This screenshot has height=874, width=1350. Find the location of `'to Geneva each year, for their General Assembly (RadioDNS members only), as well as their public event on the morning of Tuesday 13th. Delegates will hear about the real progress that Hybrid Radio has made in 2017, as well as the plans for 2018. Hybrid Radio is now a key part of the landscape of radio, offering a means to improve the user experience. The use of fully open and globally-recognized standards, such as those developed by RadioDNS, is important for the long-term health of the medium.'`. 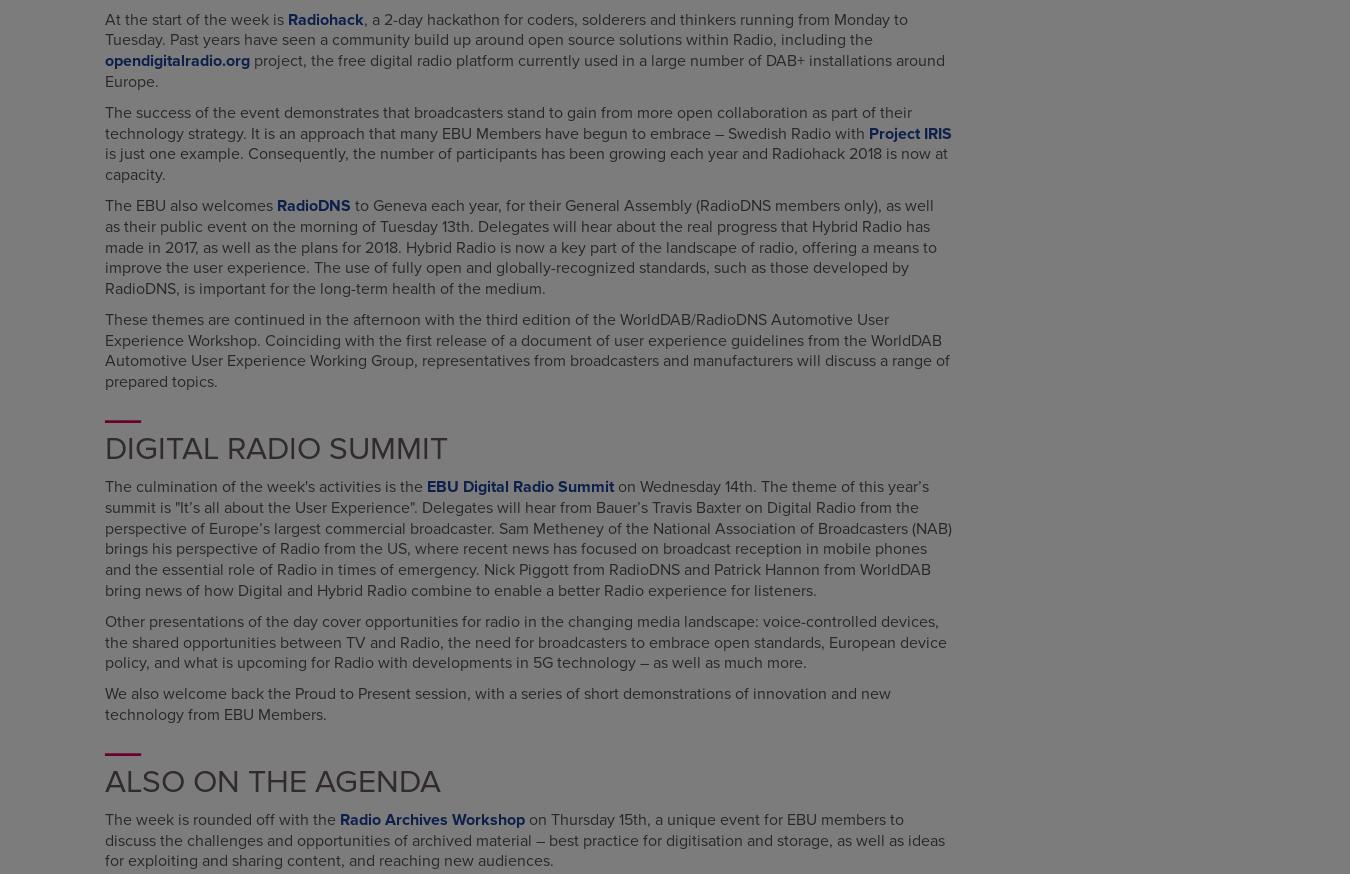

'to Geneva each year, for their General Assembly (RadioDNS members only), as well as their public event on the morning of Tuesday 13th. Delegates will hear about the real progress that Hybrid Radio has made in 2017, as well as the plans for 2018. Hybrid Radio is now a key part of the landscape of radio, offering a means to improve the user experience. The use of fully open and globally-recognized standards, such as those developed by RadioDNS, is important for the long-term health of the medium.' is located at coordinates (519, 246).